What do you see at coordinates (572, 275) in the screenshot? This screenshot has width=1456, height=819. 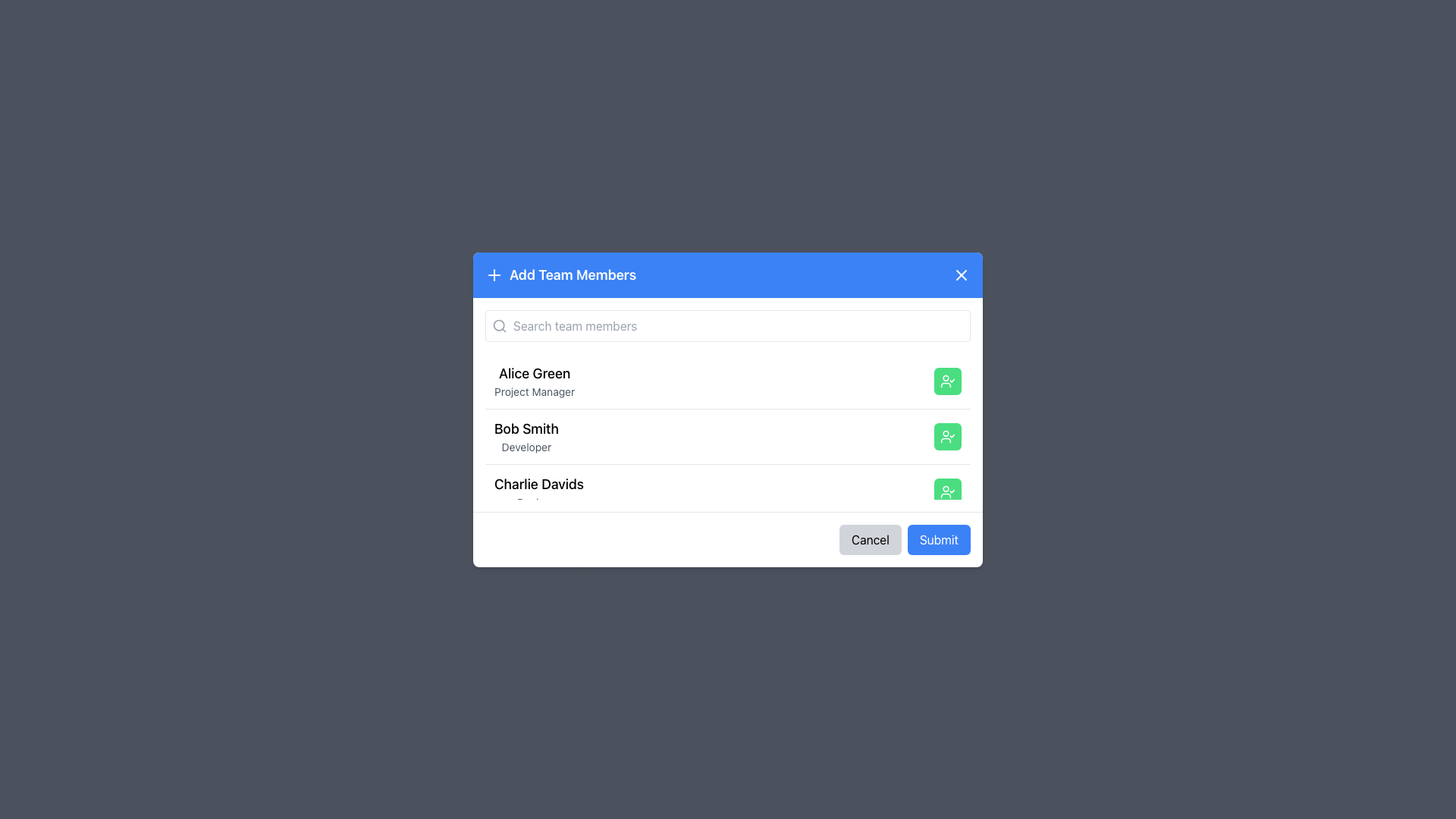 I see `the text label that reads 'Add Team Members' which is styled in bold on a blue bar at the top of the modal window` at bounding box center [572, 275].